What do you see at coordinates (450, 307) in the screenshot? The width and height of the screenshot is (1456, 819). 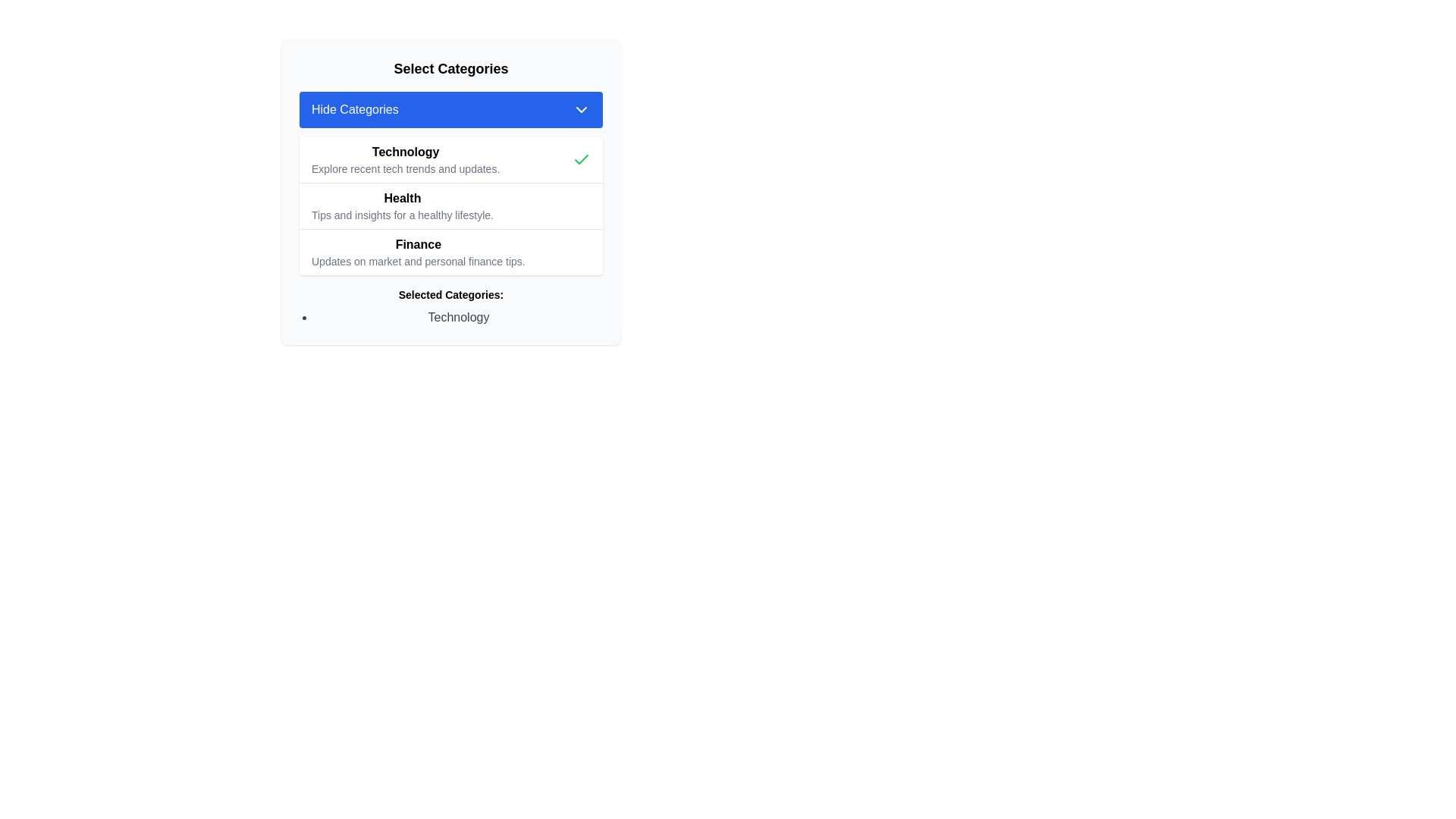 I see `text displayed in the Text Label at the bottom of the categorized selection card, which summarizes the chosen categories` at bounding box center [450, 307].